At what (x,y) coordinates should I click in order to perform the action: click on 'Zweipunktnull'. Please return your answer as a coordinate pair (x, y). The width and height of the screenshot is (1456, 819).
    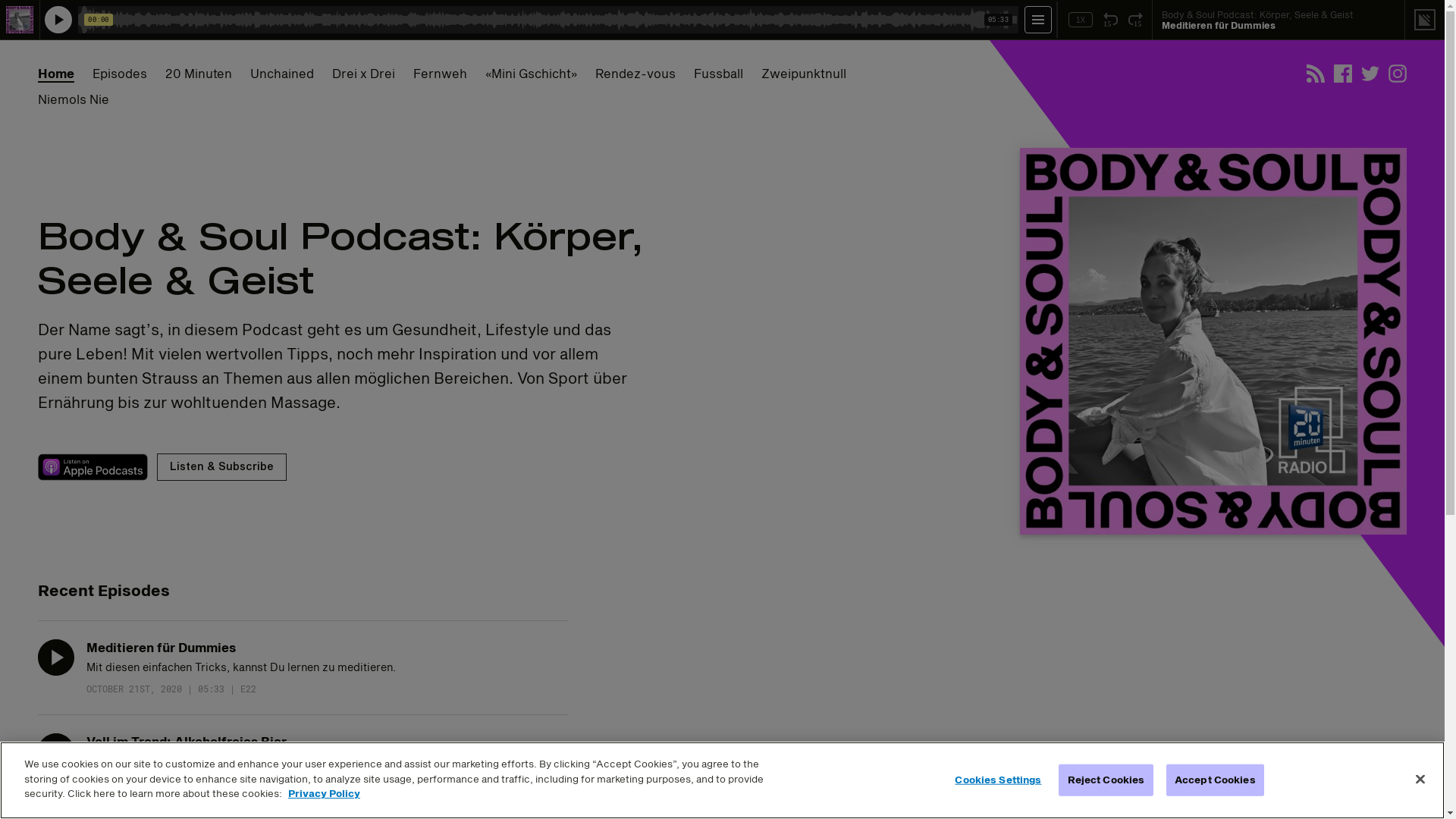
    Looking at the image, I should click on (761, 73).